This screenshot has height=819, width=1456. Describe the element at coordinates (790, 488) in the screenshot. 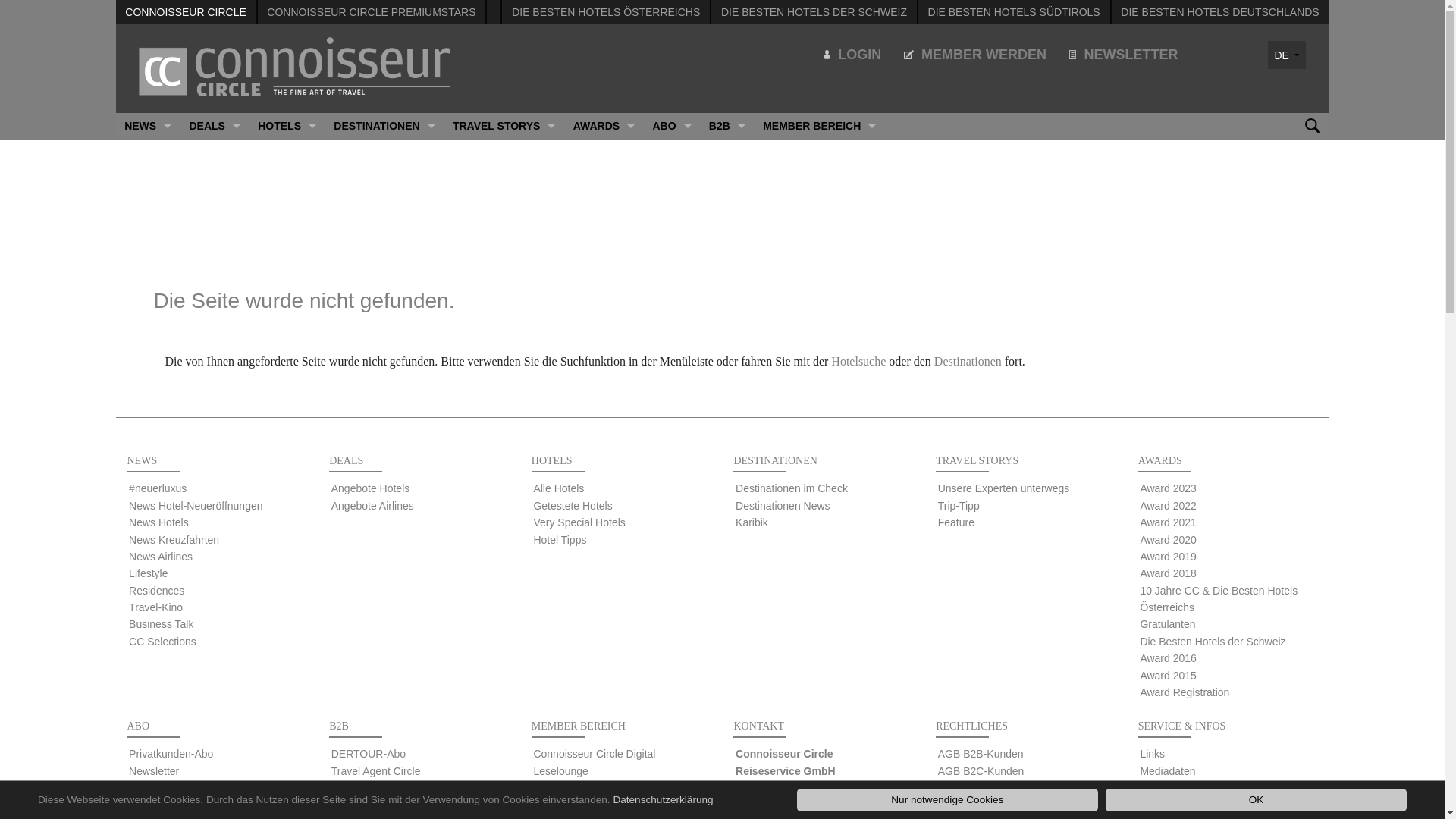

I see `'Destinationen im Check'` at that location.